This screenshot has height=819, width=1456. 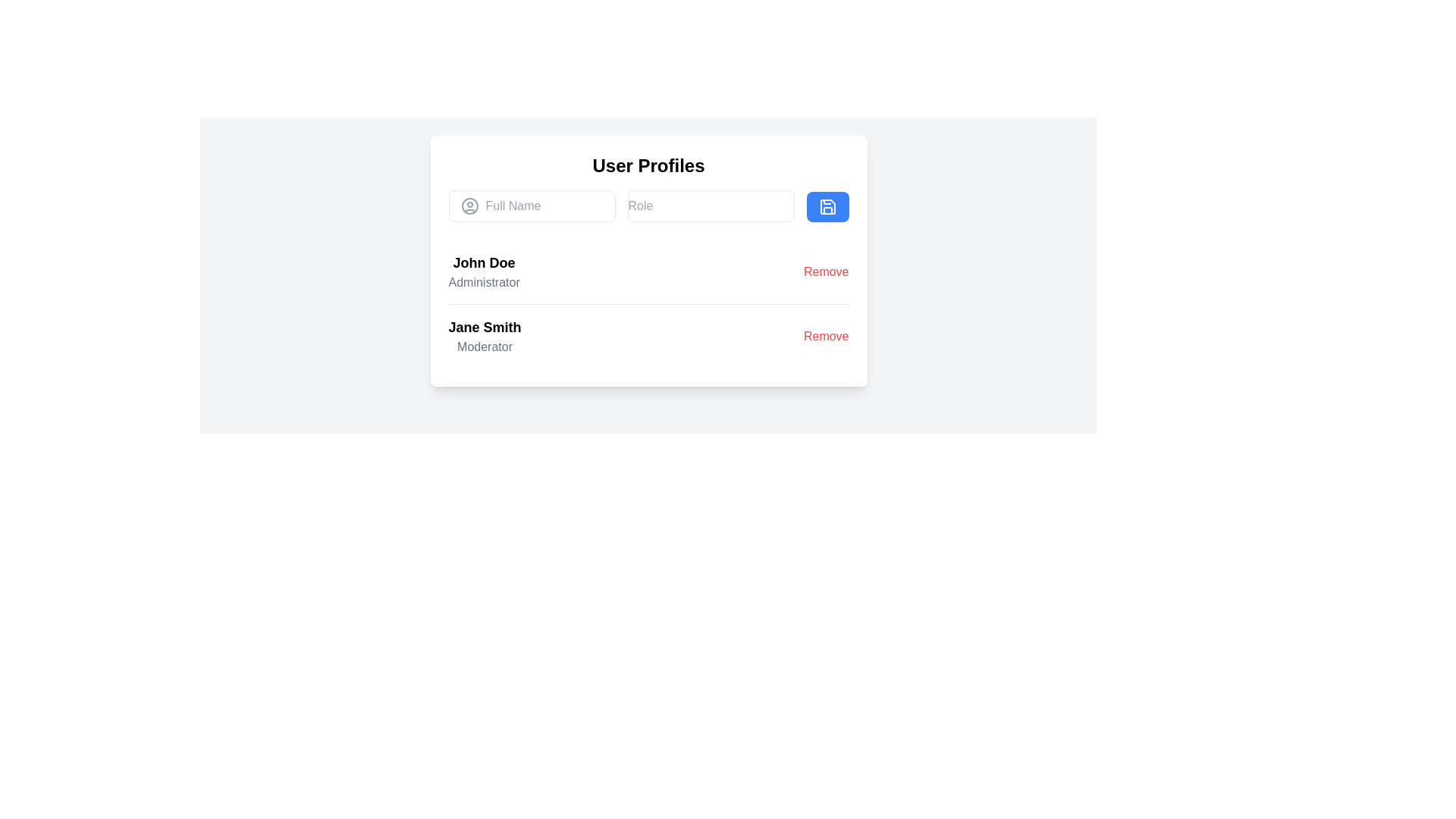 What do you see at coordinates (648, 335) in the screenshot?
I see `the user profile entry for 'Jane Smith - Moderator'` at bounding box center [648, 335].